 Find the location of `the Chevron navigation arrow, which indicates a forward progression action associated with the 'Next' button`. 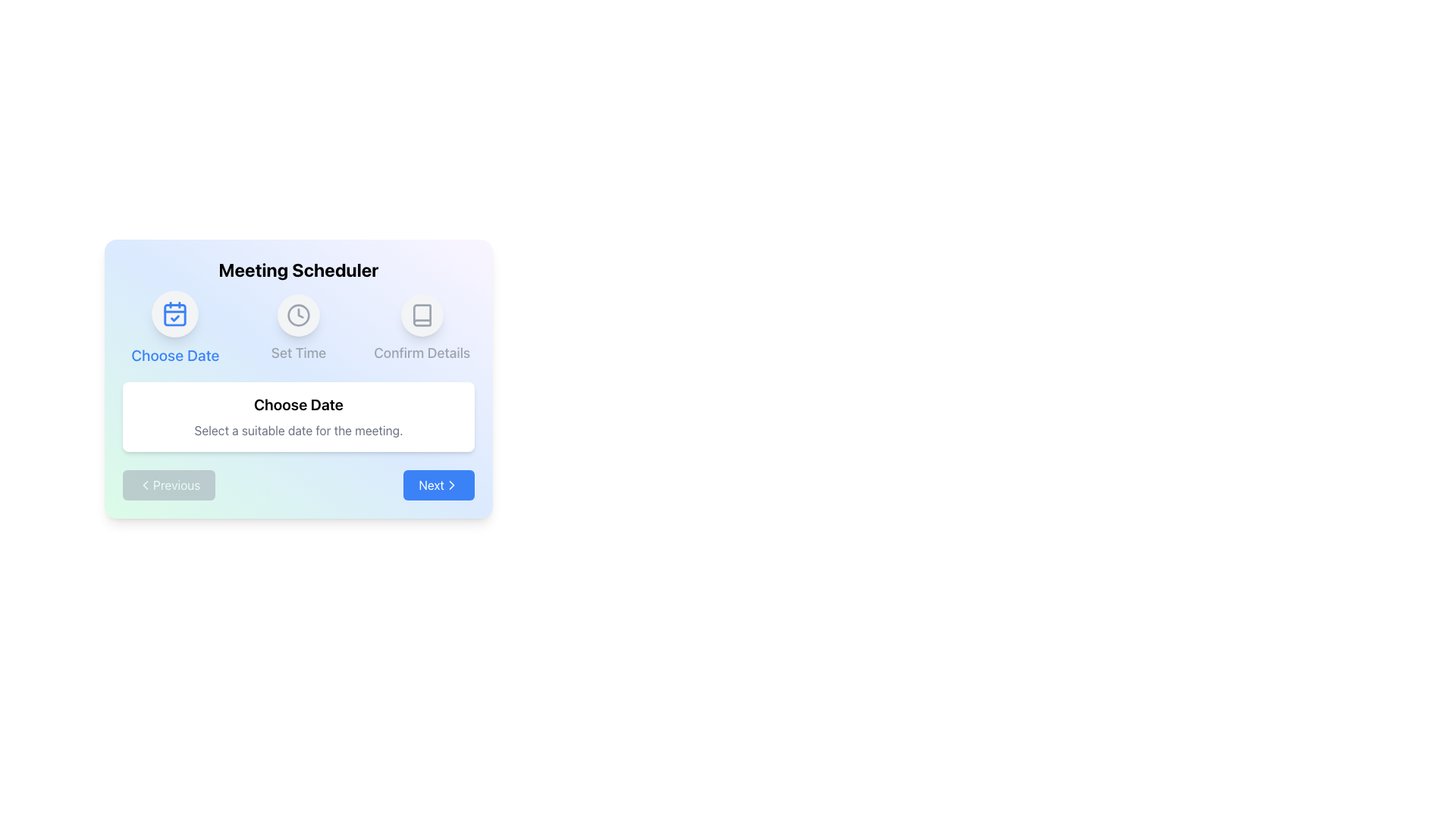

the Chevron navigation arrow, which indicates a forward progression action associated with the 'Next' button is located at coordinates (450, 485).